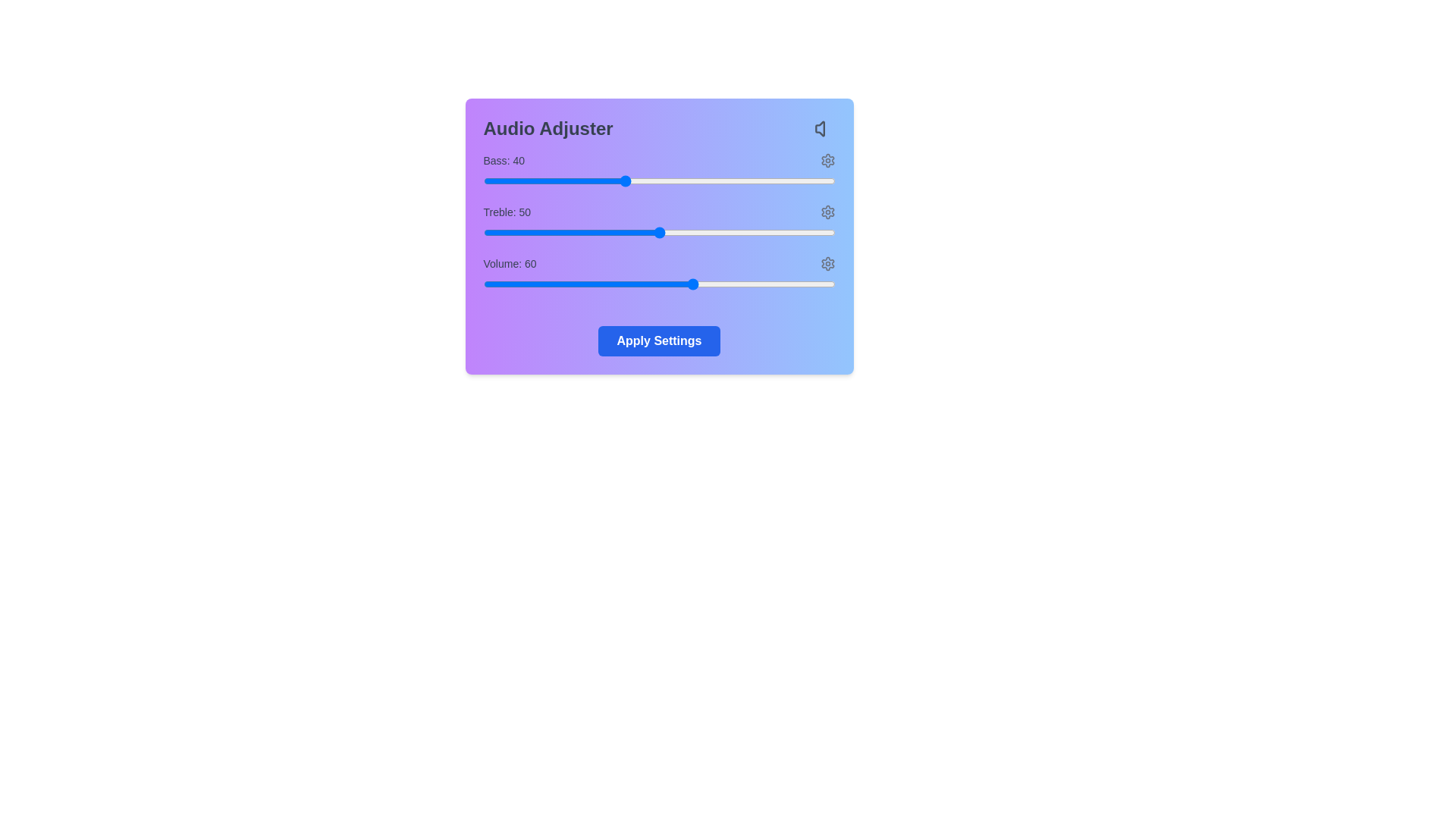  Describe the element at coordinates (507, 212) in the screenshot. I see `the text label displaying 'Treble: 50', which is styled in a slightly bold font and is located in the middle of a slider control interface with a purple gradient background` at that location.